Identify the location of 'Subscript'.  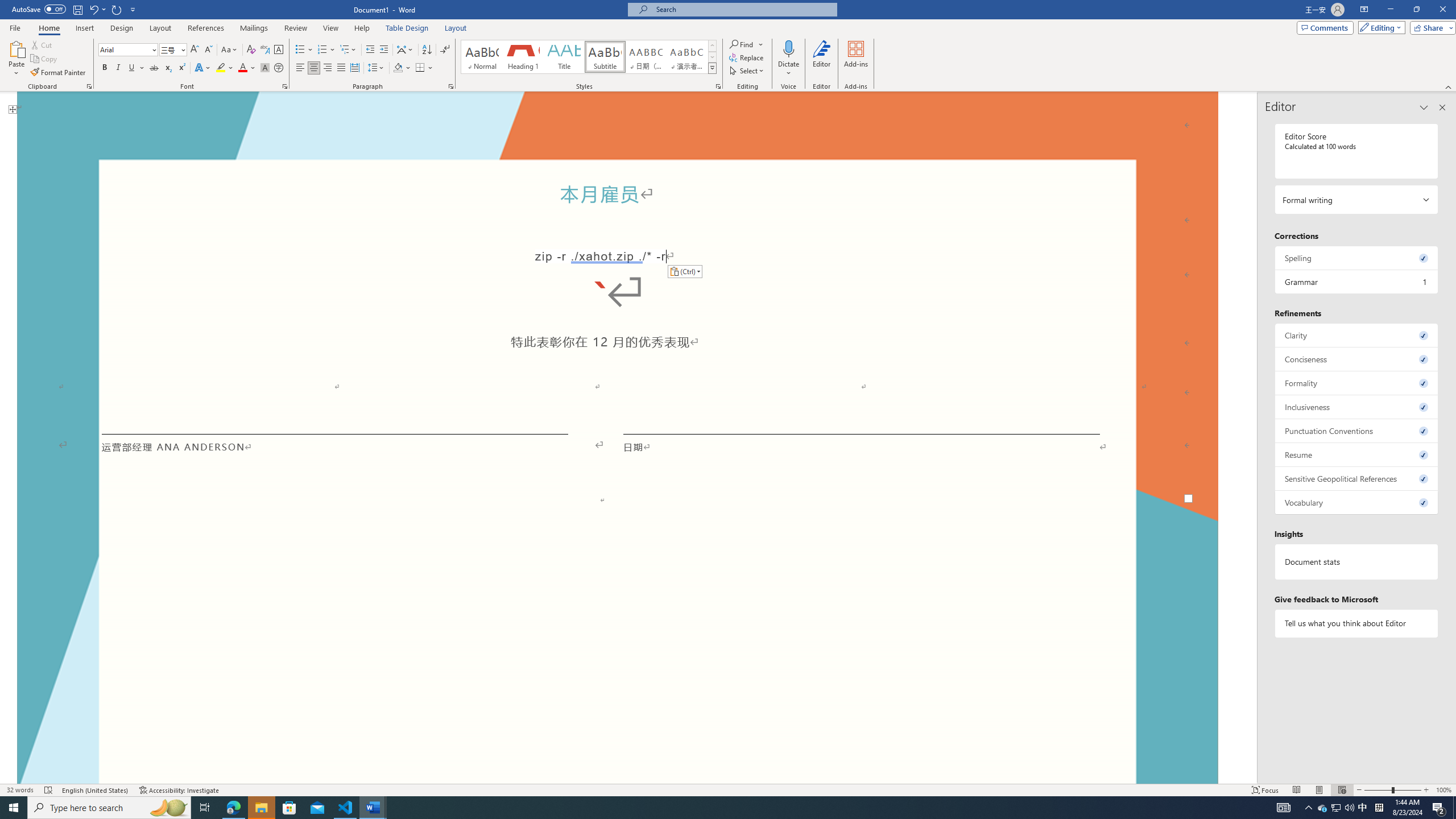
(167, 67).